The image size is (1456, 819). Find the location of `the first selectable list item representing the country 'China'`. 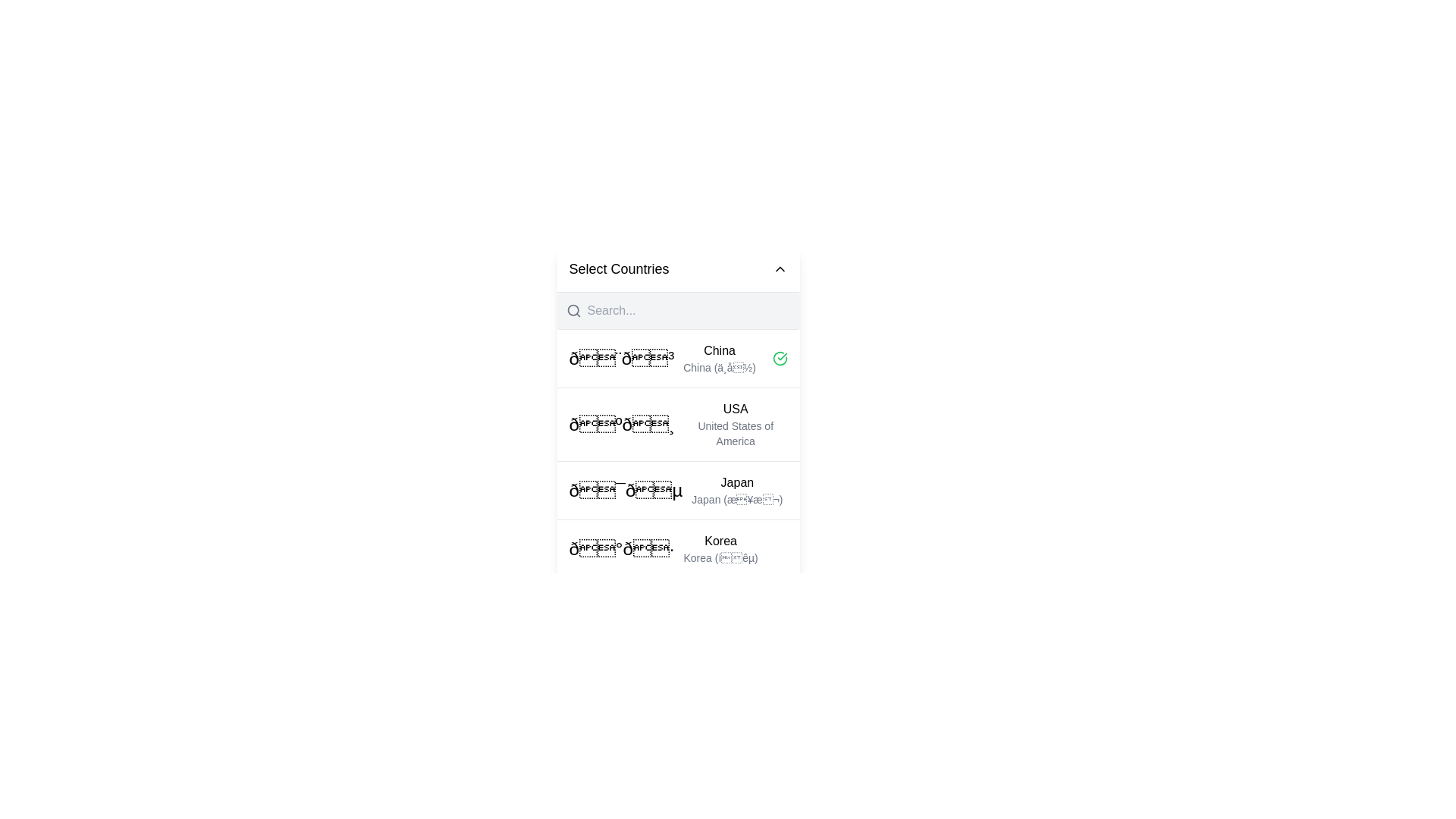

the first selectable list item representing the country 'China' is located at coordinates (677, 359).